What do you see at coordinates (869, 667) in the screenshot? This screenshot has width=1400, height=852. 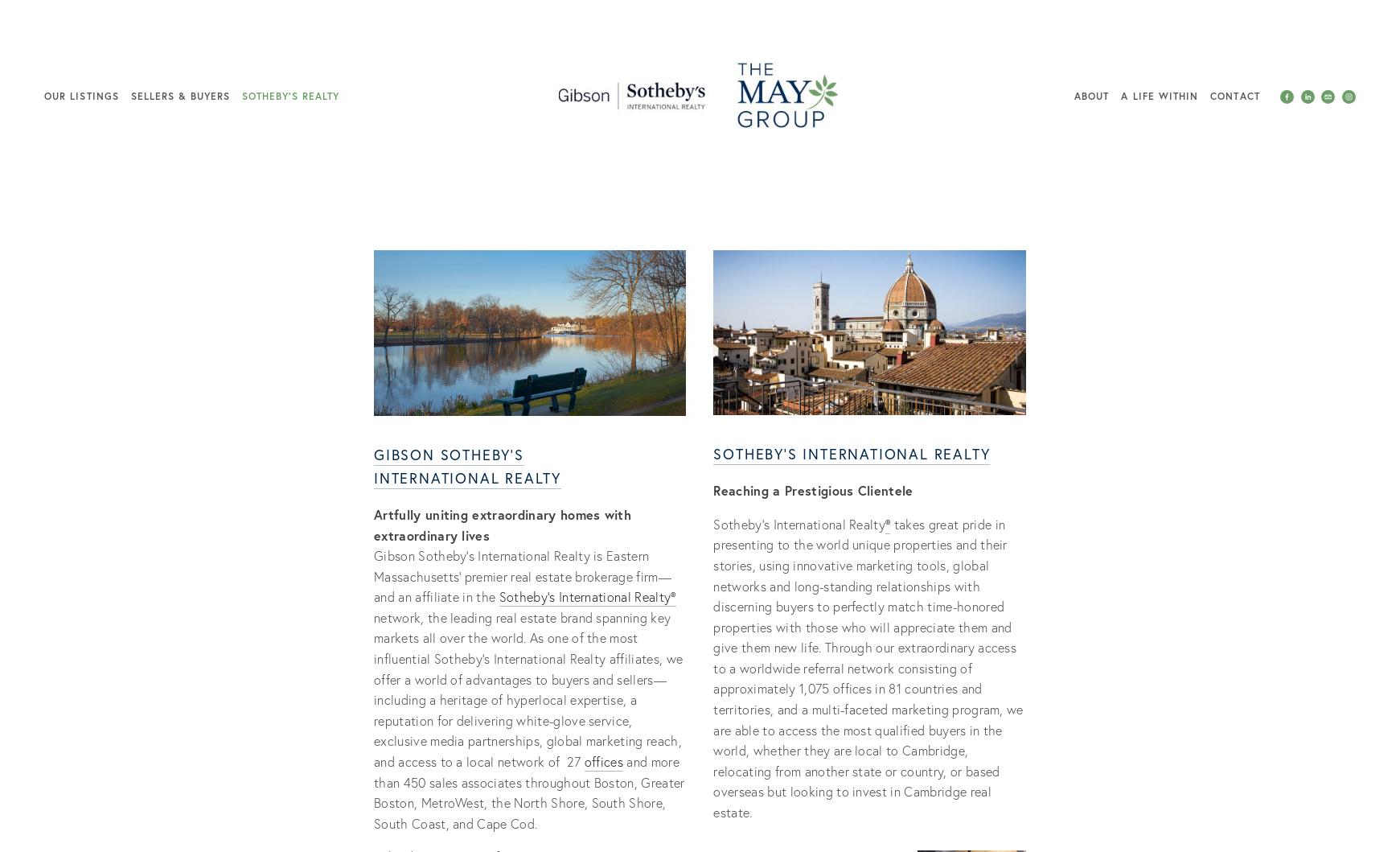 I see `'takes great pride in presenting to the world unique properties and their stories, using innovative marketing tools, global networks and long-standing relationships with discerning buyers to perfectly match time-honored properties with those who will appreciate them and give them new life. Through our extraordinary access to a worldwide referral network consisting of approximately 1,075 offices in 81 countries and territories, and a multi-faceted marketing program, we are able to access the most qualified buyers in the world, whether they are local to Cambridge, relocating from another state or country, or based overseas but looking to invest in Cambridge real estate.'` at bounding box center [869, 667].